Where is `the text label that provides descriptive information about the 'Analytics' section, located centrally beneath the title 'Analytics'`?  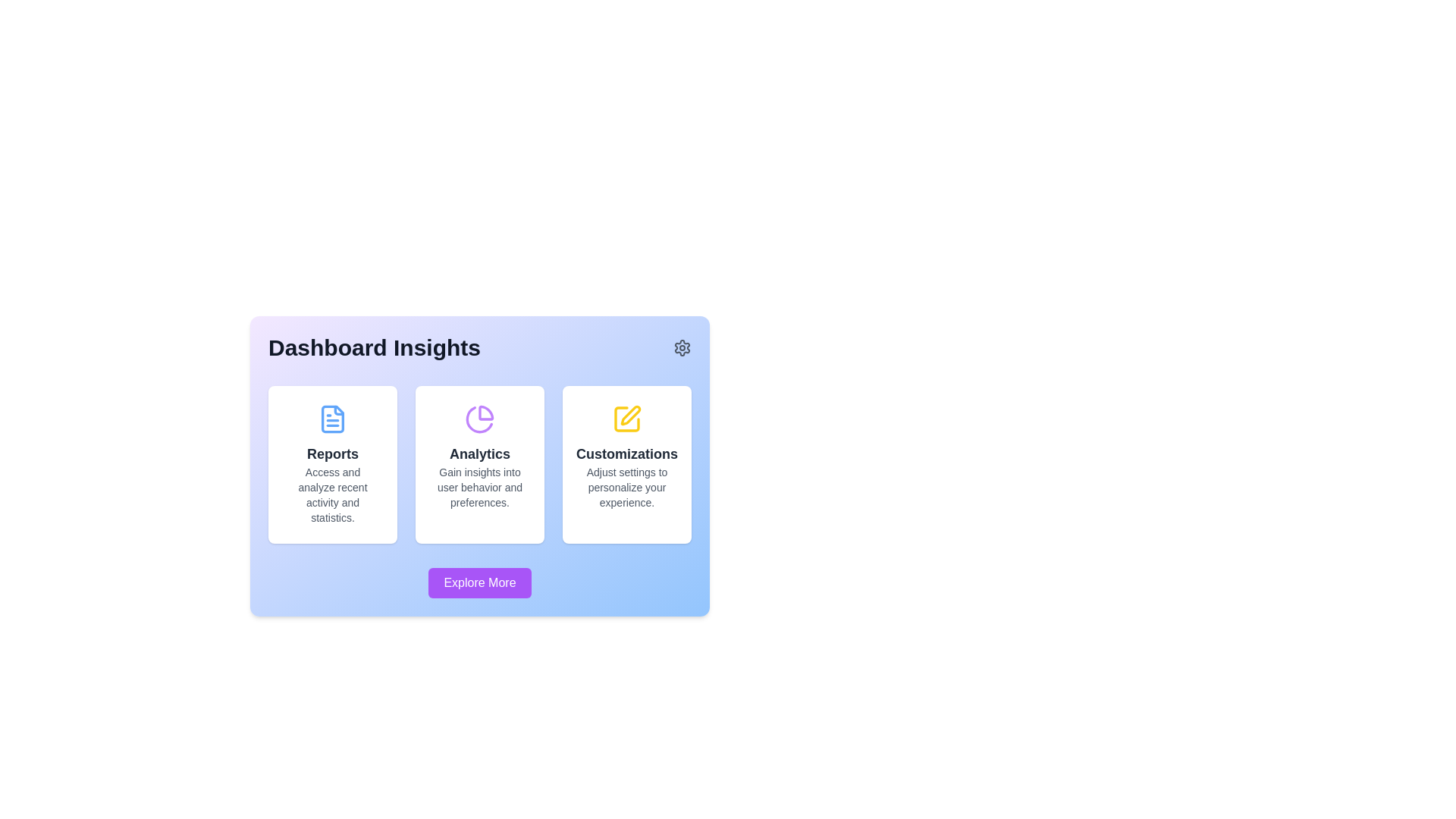 the text label that provides descriptive information about the 'Analytics' section, located centrally beneath the title 'Analytics' is located at coordinates (479, 488).